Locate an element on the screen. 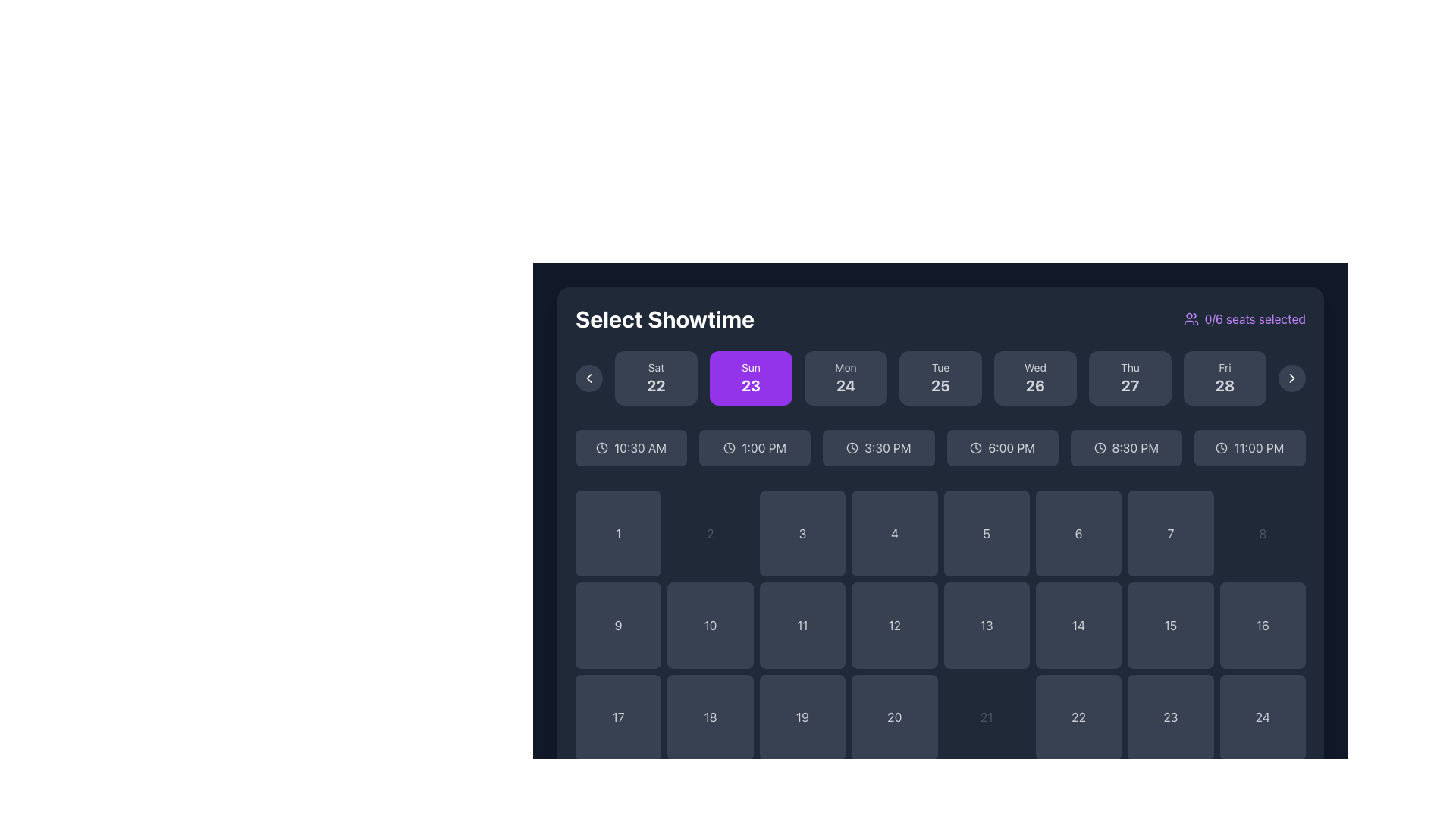 This screenshot has width=1456, height=819. the Text label that indicates the specific day of the week (Sunday) for the selected date '23', located in the 'Select Showtime' panel inside a purple highlighted box is located at coordinates (751, 368).